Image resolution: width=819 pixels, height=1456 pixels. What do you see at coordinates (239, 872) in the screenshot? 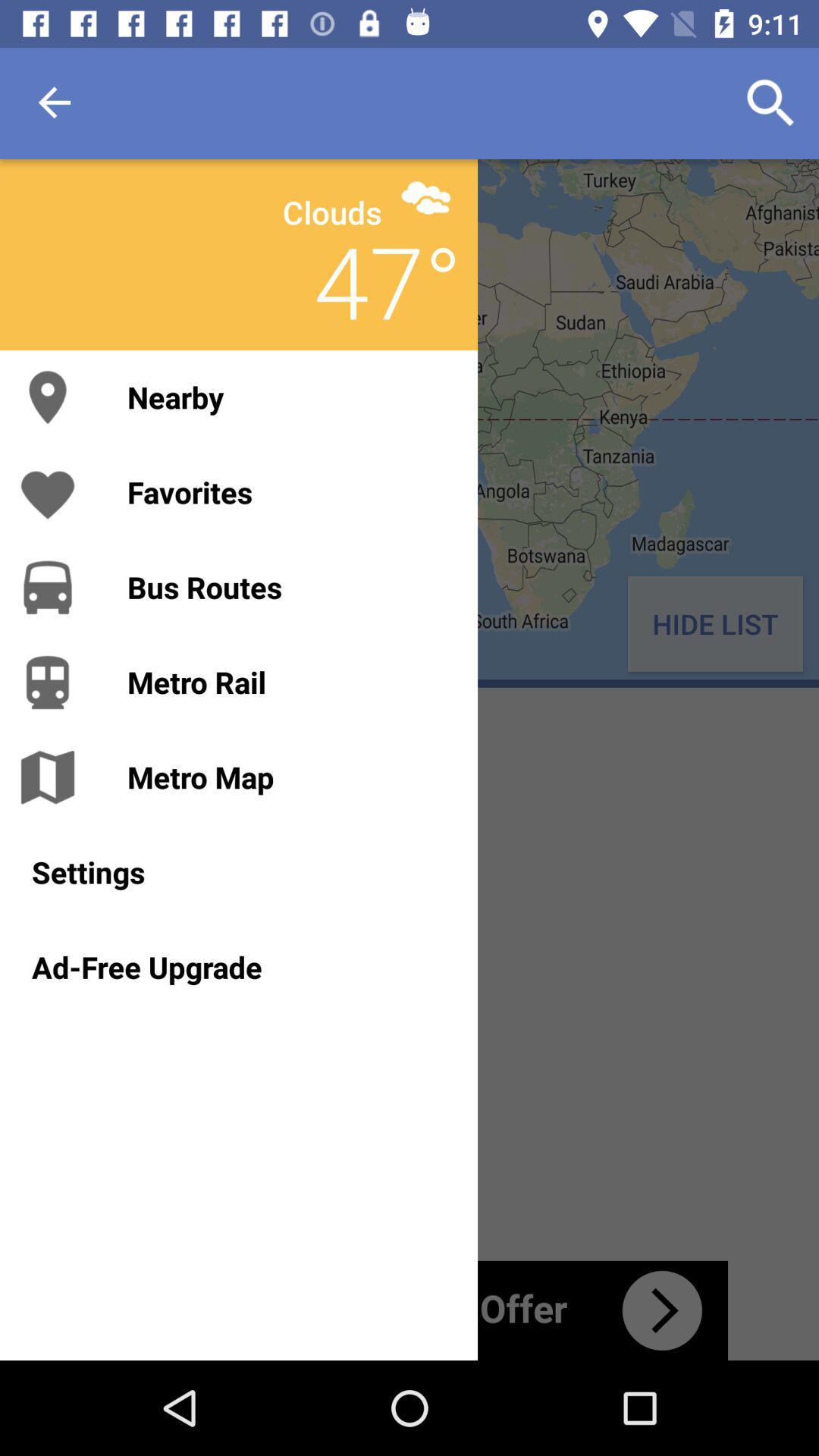
I see `settings` at bounding box center [239, 872].